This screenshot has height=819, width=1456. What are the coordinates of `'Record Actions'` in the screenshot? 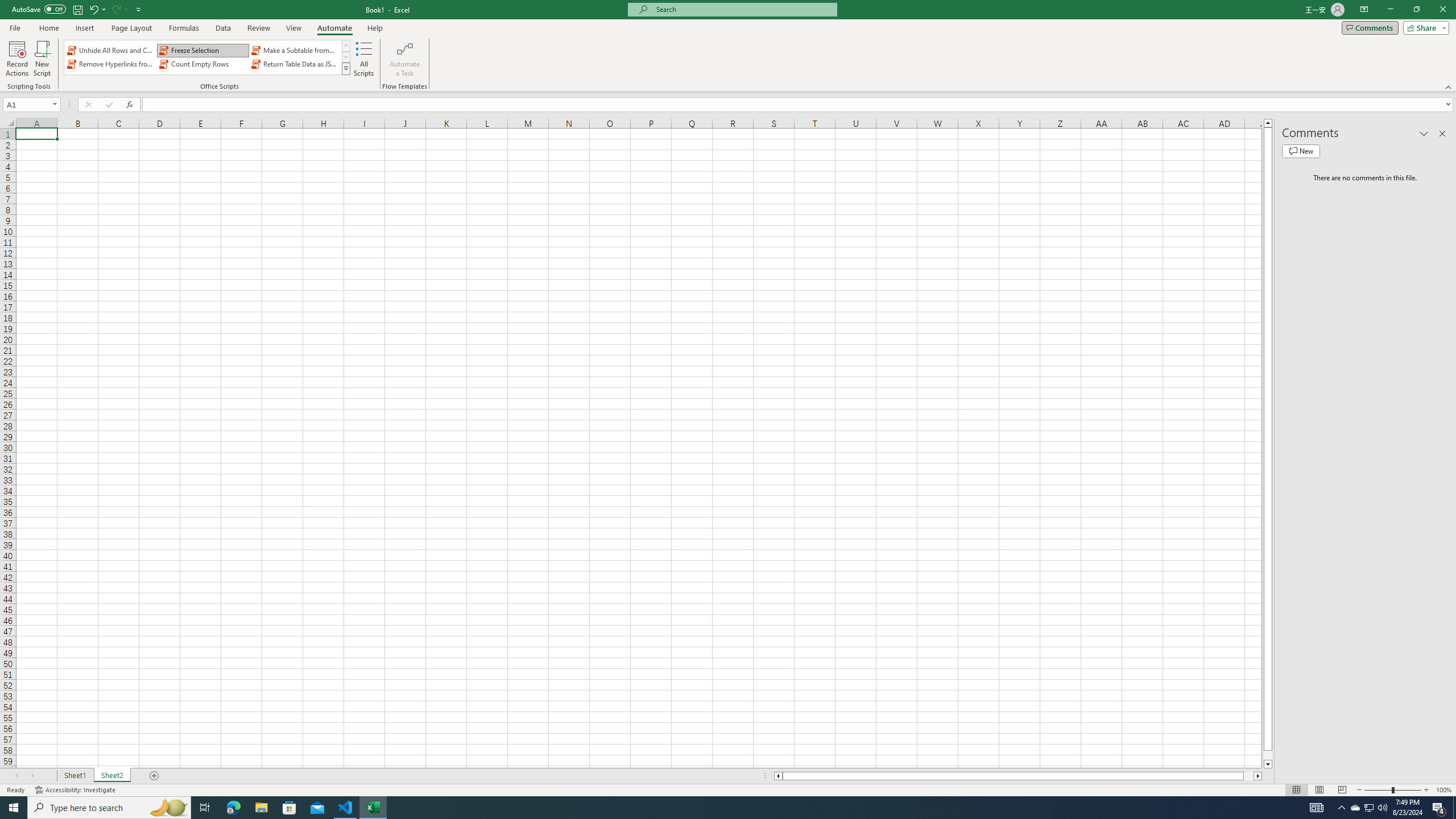 It's located at (16, 59).